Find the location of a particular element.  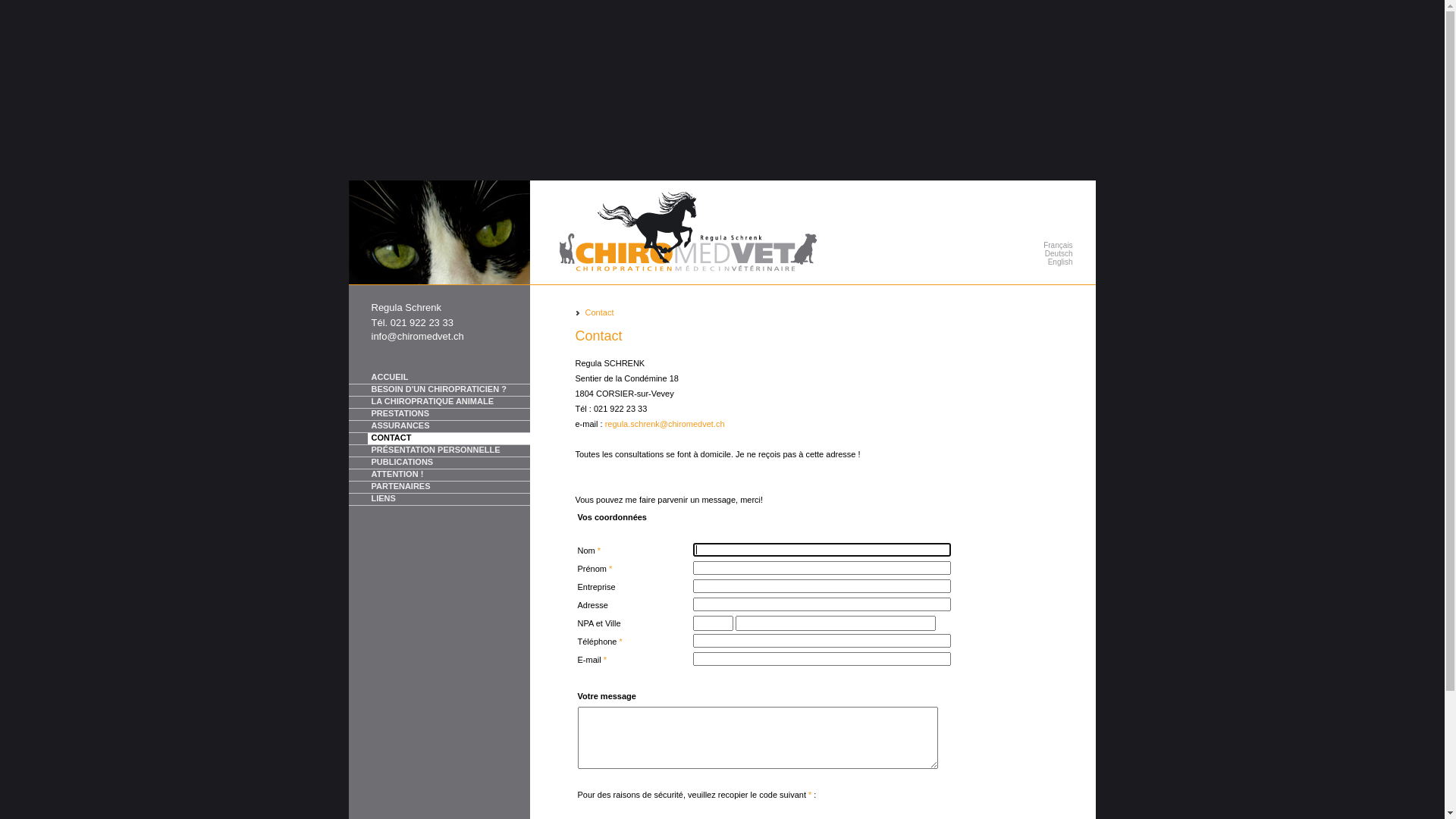

'PRESTATIONS' is located at coordinates (447, 414).